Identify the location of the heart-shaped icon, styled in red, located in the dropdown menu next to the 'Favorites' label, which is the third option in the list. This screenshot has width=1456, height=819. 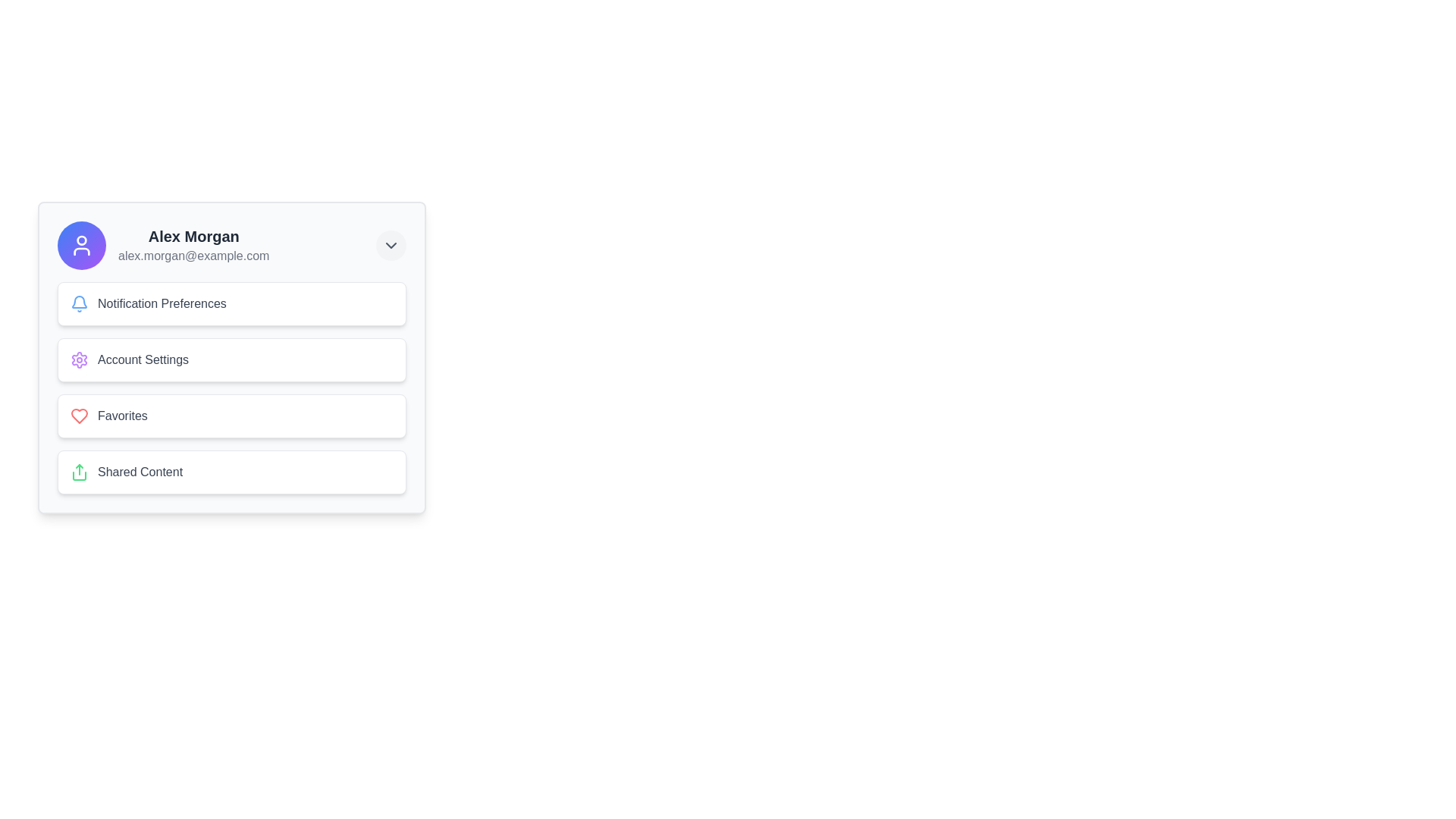
(79, 416).